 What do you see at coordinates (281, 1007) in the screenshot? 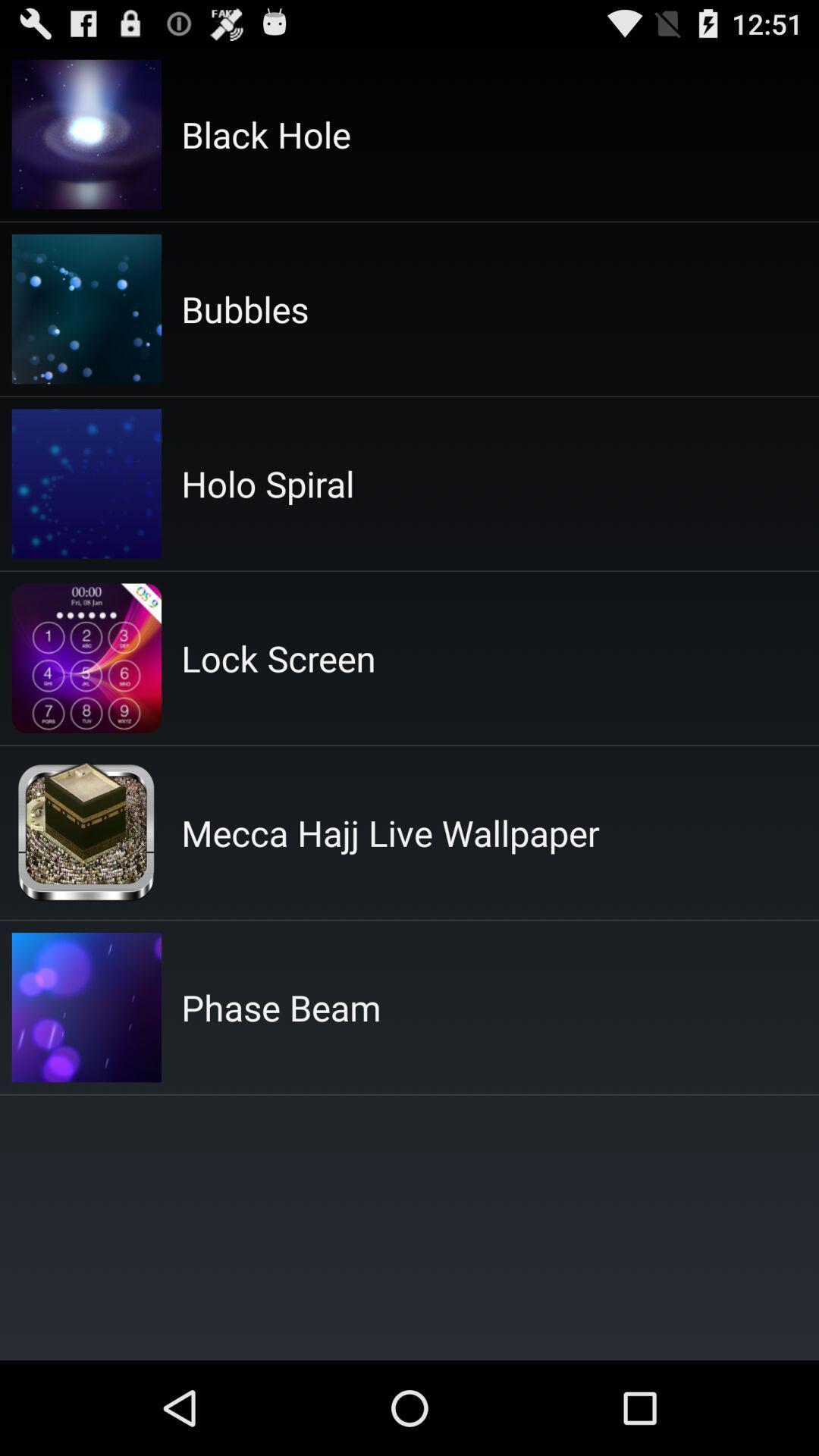
I see `app below mecca hajj live item` at bounding box center [281, 1007].